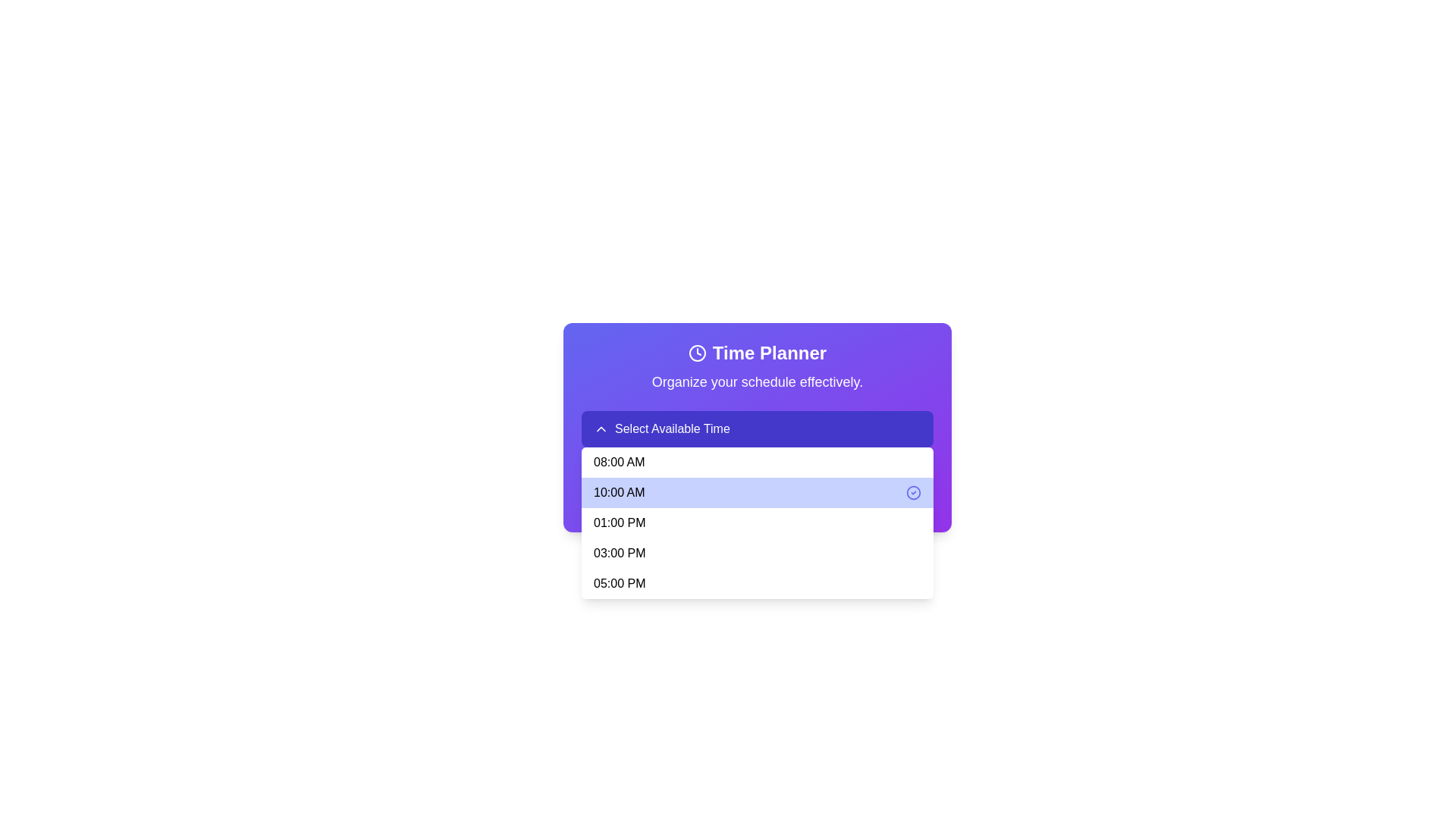 The image size is (1456, 819). I want to click on the third option in the dropdown menu containing time selections, which is currently highlighted with a light blue background, so click(757, 522).